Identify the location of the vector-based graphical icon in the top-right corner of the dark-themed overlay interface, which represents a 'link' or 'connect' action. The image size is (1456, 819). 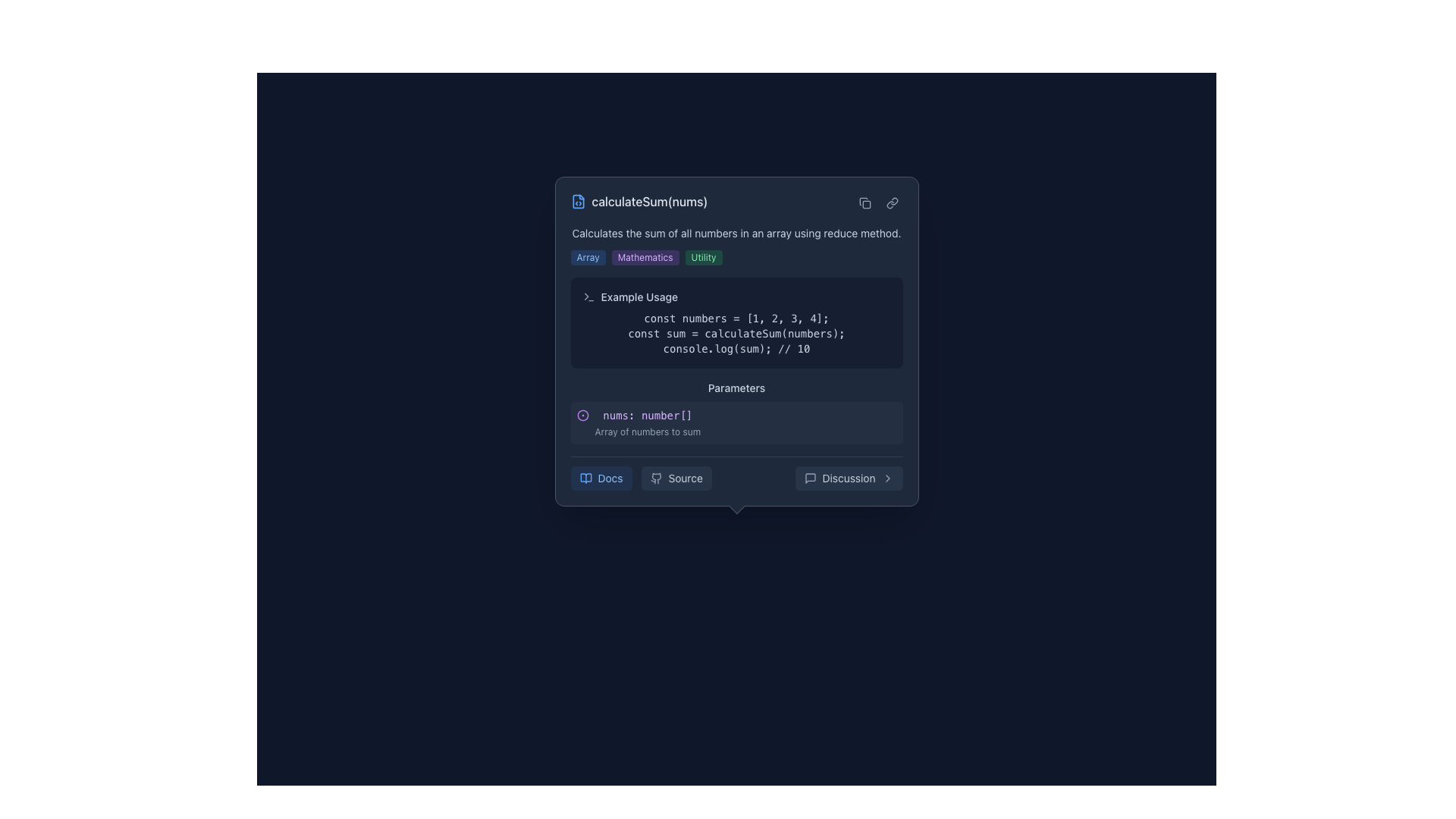
(892, 202).